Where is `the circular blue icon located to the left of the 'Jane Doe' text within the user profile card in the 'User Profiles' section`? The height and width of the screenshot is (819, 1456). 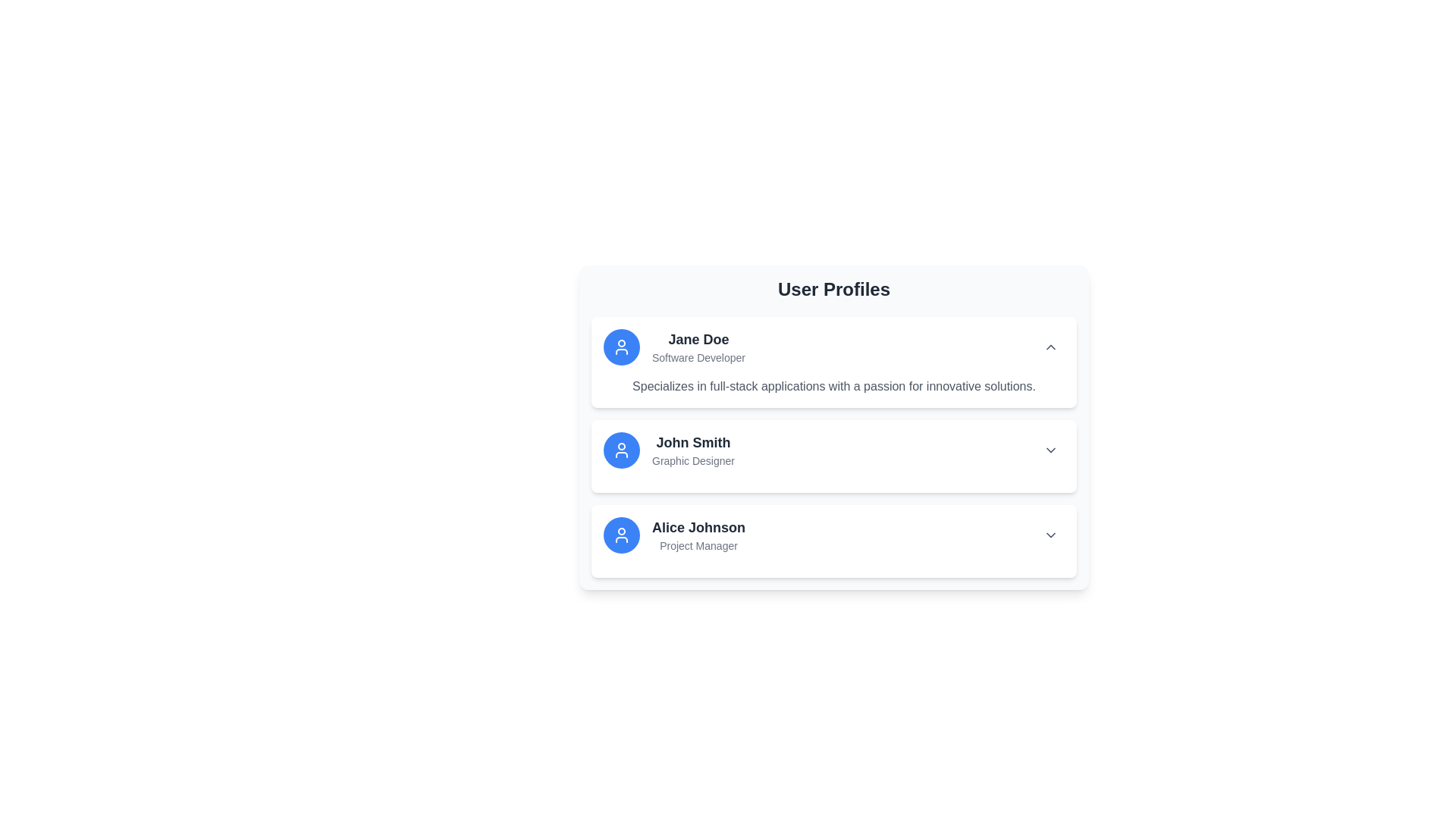
the circular blue icon located to the left of the 'Jane Doe' text within the user profile card in the 'User Profiles' section is located at coordinates (622, 347).